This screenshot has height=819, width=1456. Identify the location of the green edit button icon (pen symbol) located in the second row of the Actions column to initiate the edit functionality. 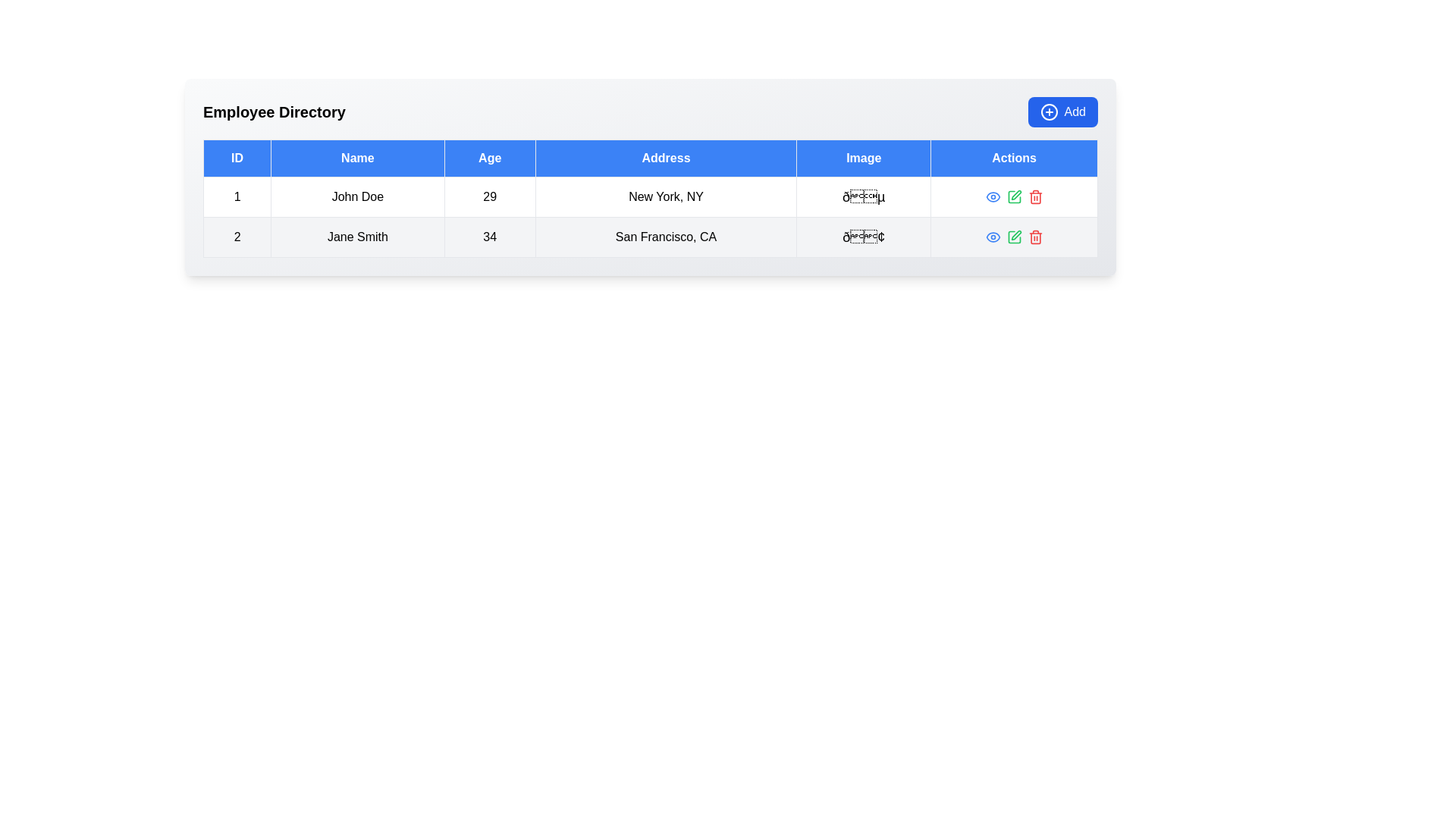
(1014, 237).